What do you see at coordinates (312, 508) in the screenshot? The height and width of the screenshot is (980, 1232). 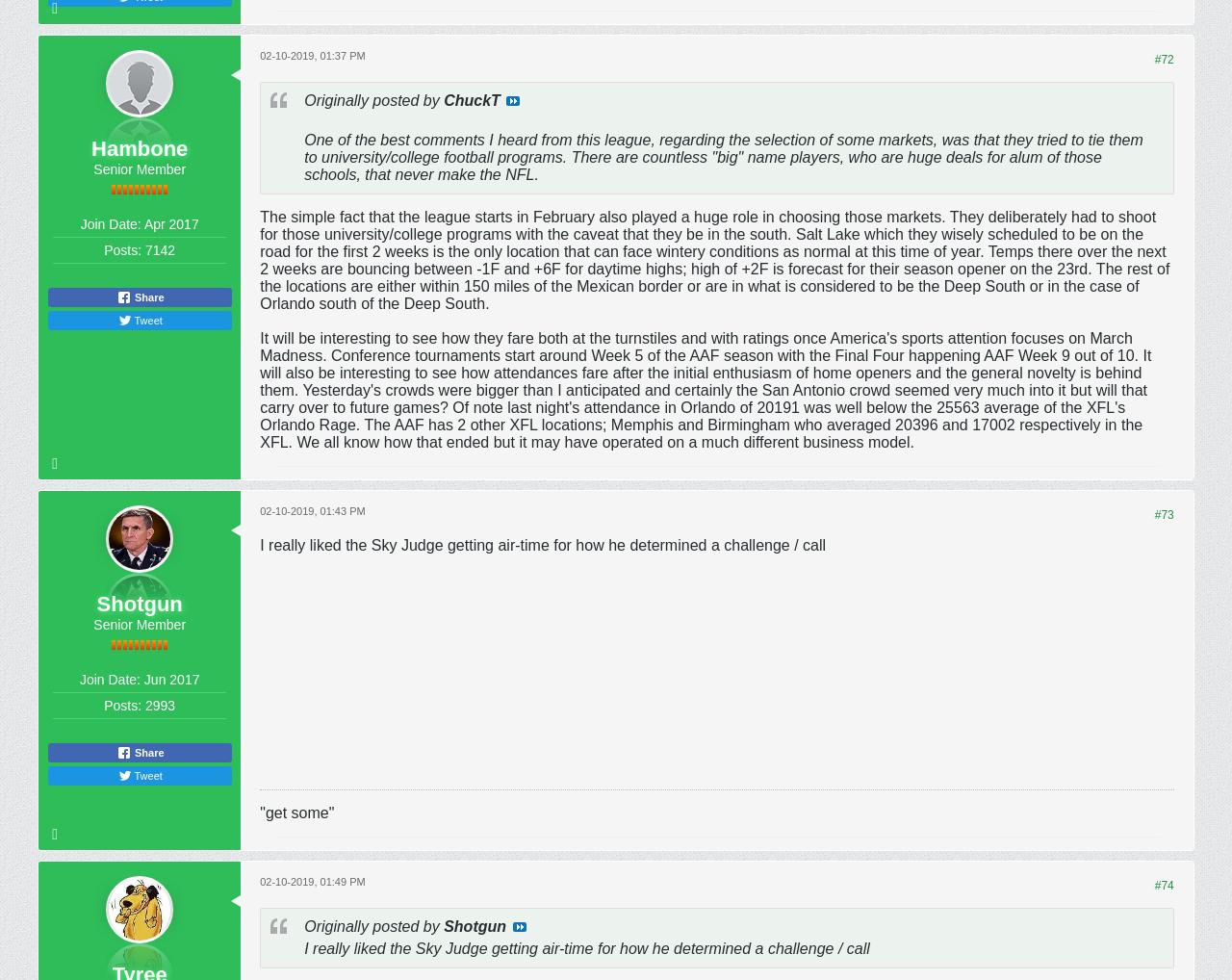 I see `'02-10-2019, 01:43 PM'` at bounding box center [312, 508].